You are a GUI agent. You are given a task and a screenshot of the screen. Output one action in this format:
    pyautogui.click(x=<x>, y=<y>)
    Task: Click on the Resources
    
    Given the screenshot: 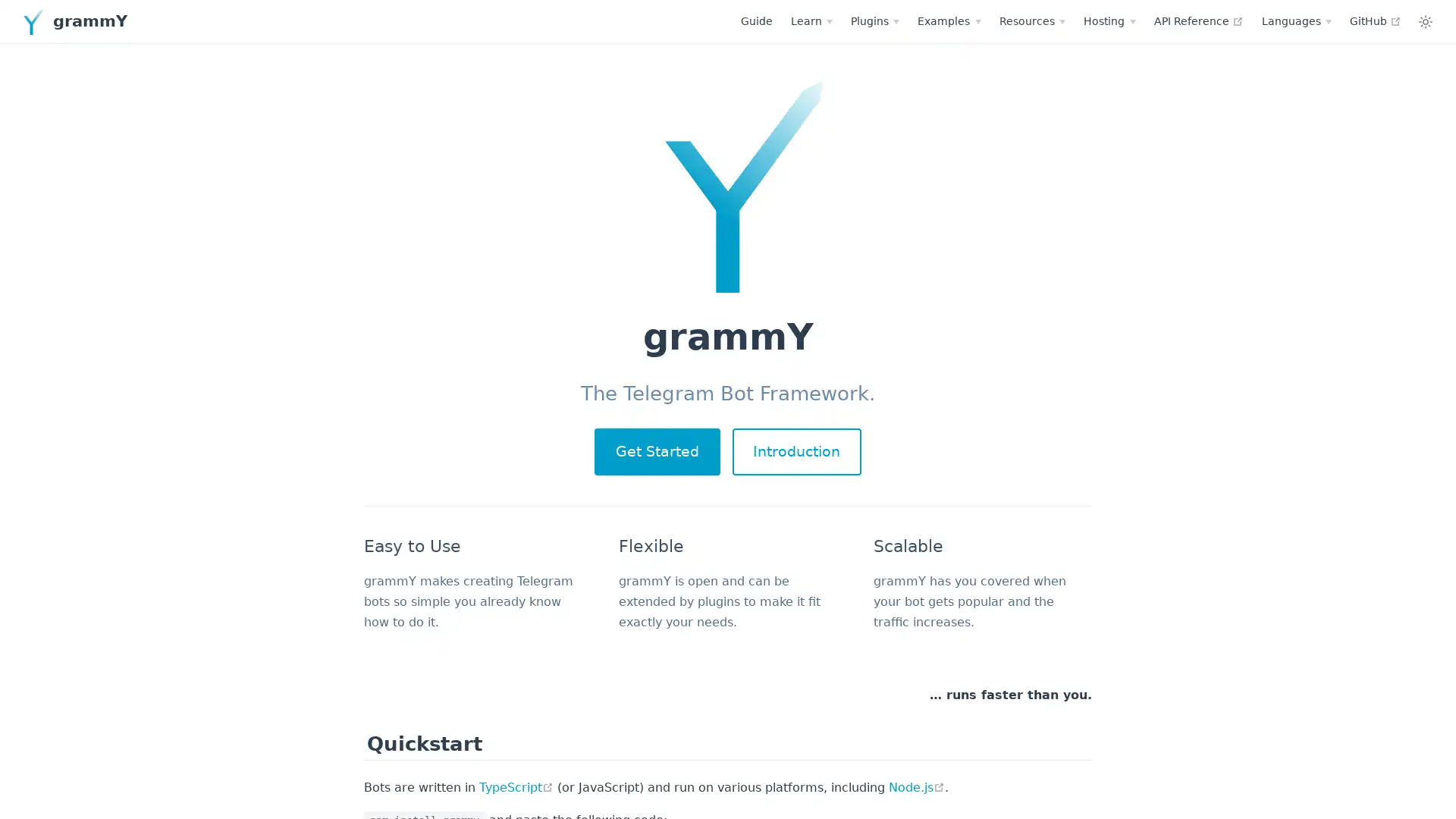 What is the action you would take?
    pyautogui.click(x=898, y=20)
    